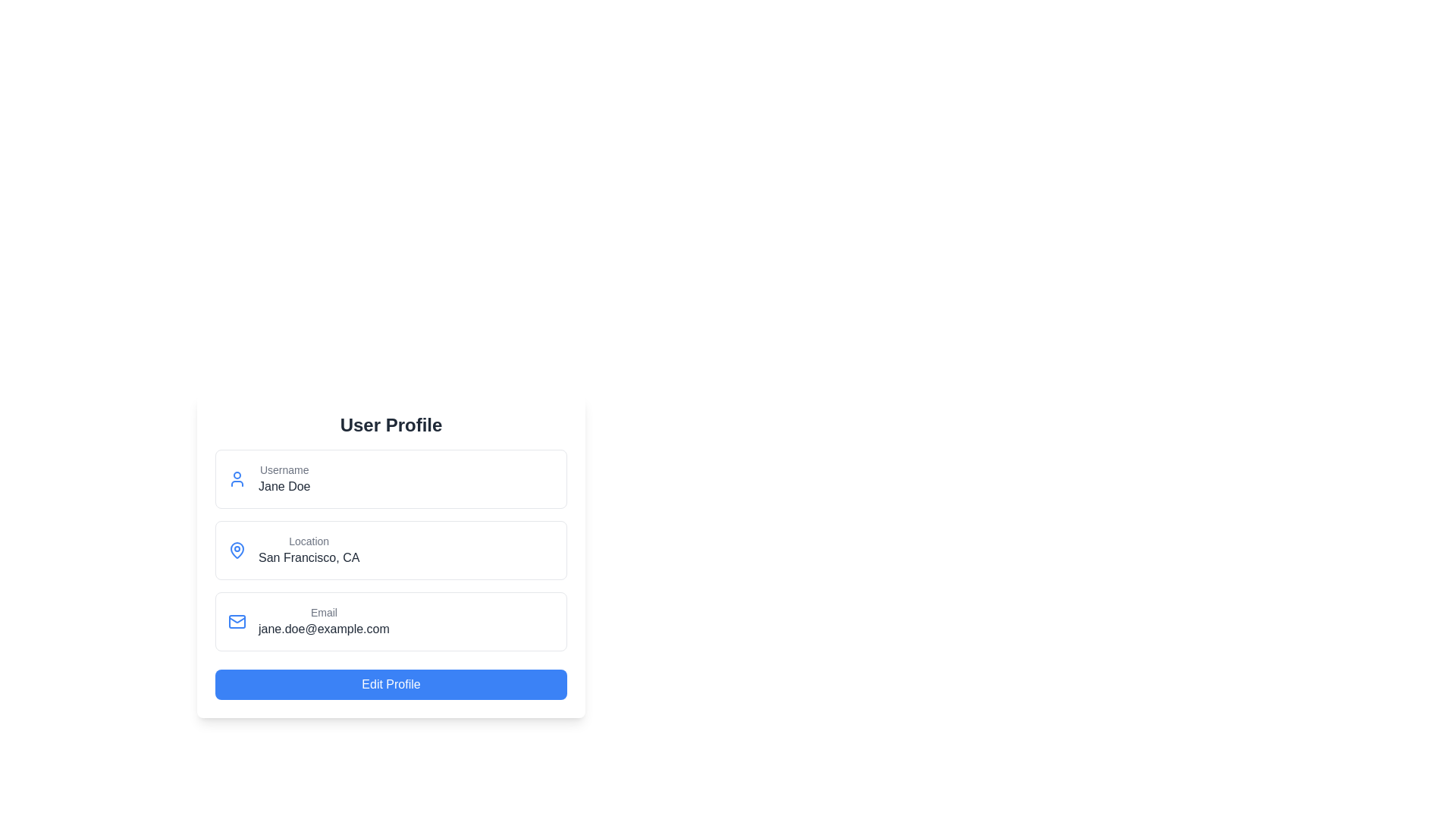 The image size is (1456, 819). I want to click on the 'Username' text element displaying 'Jane Doe' located within the user information card, positioned under the profile icon and above the 'Location' section, so click(284, 479).